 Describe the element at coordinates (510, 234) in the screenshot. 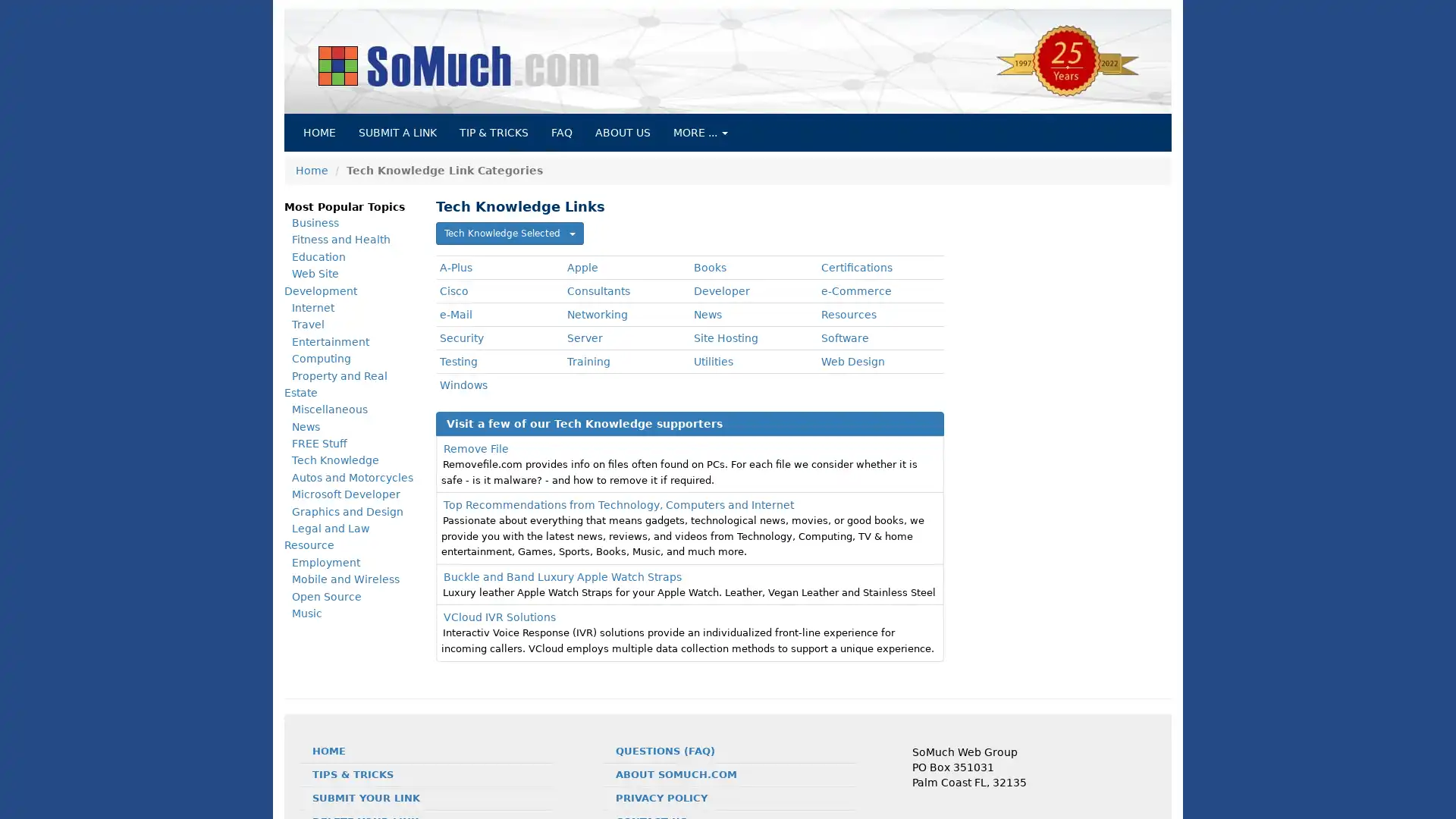

I see `Tech Knowledge Selected` at that location.